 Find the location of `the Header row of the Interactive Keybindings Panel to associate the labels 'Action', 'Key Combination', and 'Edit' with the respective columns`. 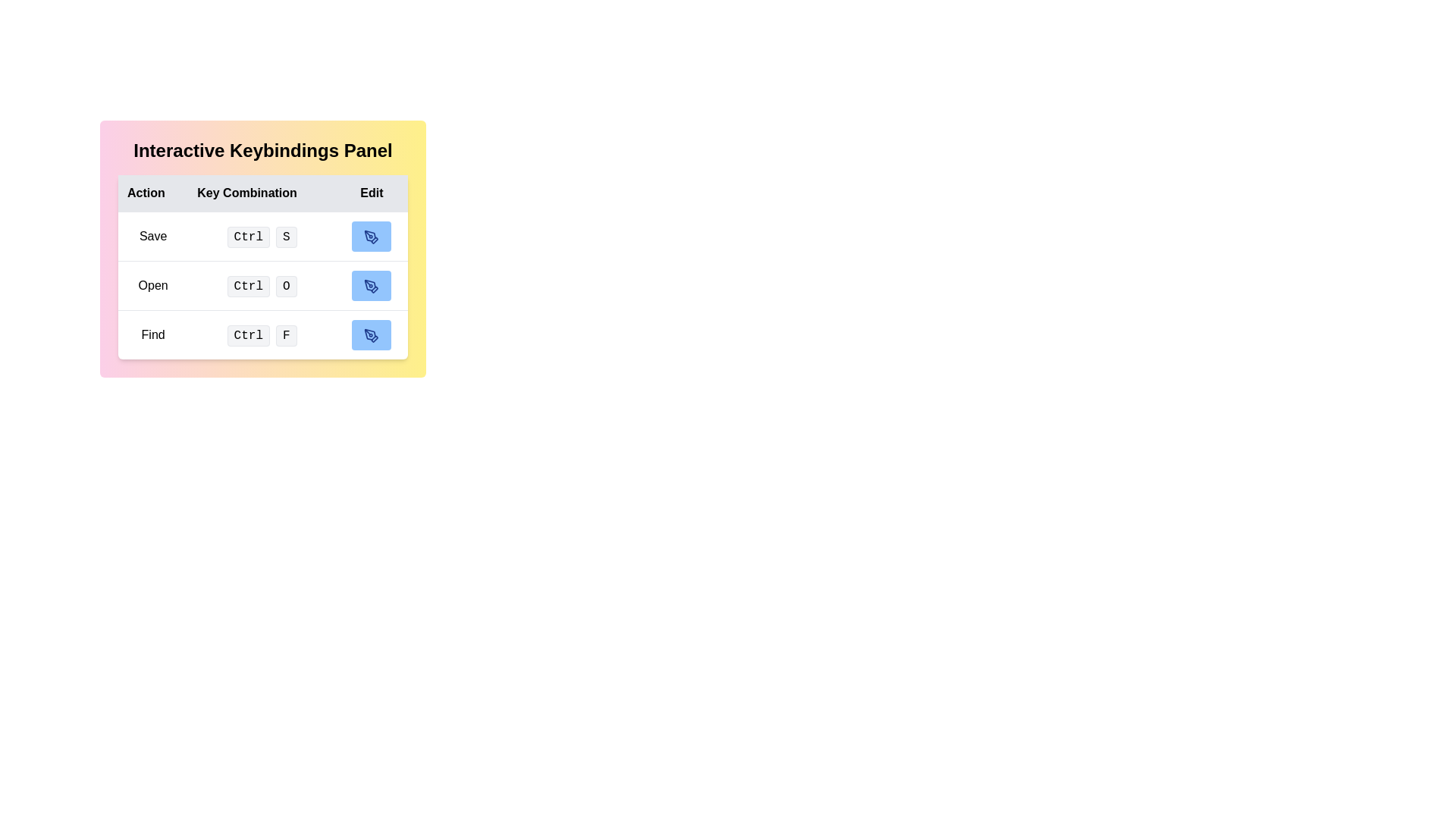

the Header row of the Interactive Keybindings Panel to associate the labels 'Action', 'Key Combination', and 'Edit' with the respective columns is located at coordinates (262, 192).